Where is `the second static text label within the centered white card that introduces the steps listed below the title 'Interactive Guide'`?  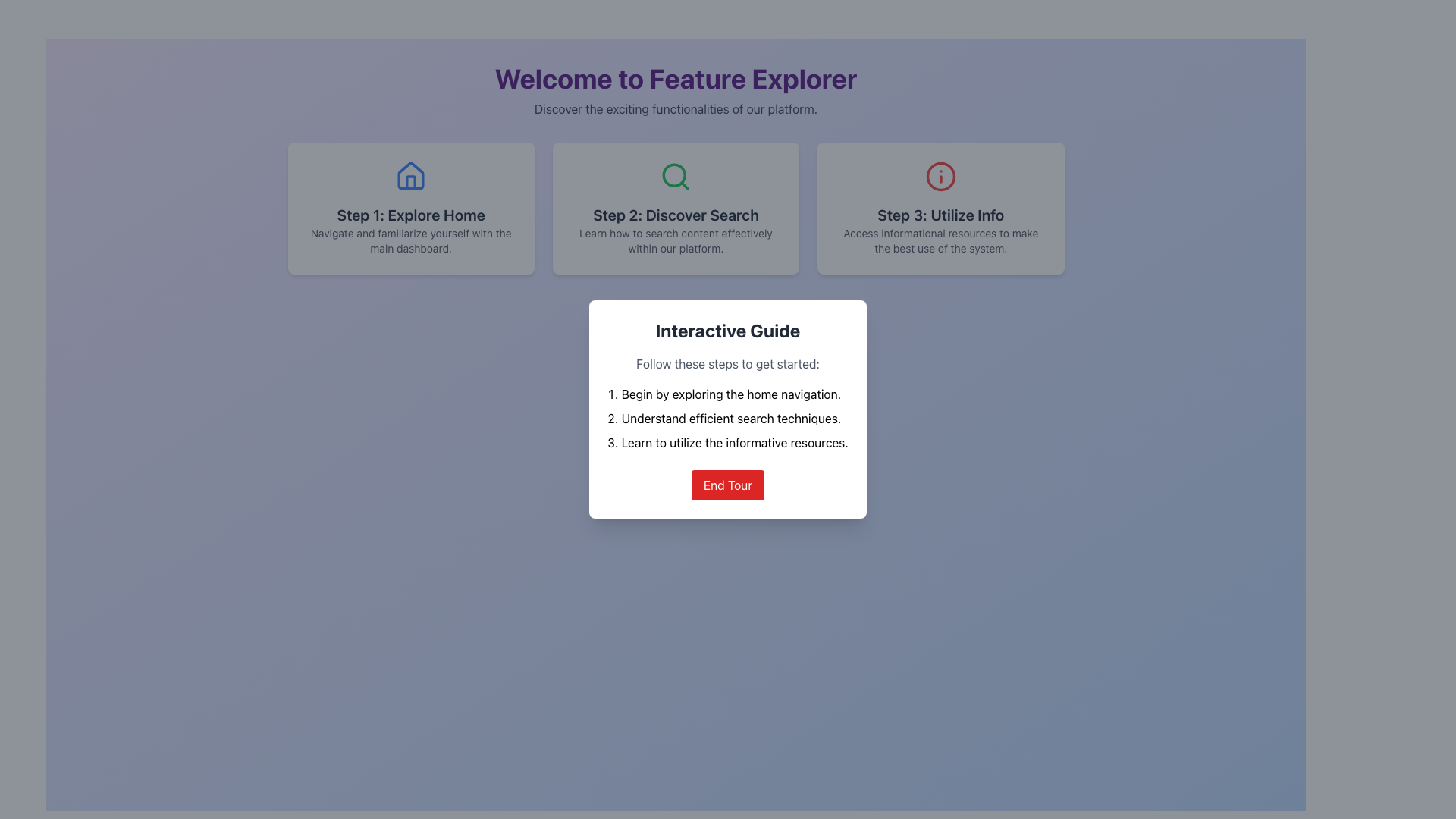 the second static text label within the centered white card that introduces the steps listed below the title 'Interactive Guide' is located at coordinates (728, 363).